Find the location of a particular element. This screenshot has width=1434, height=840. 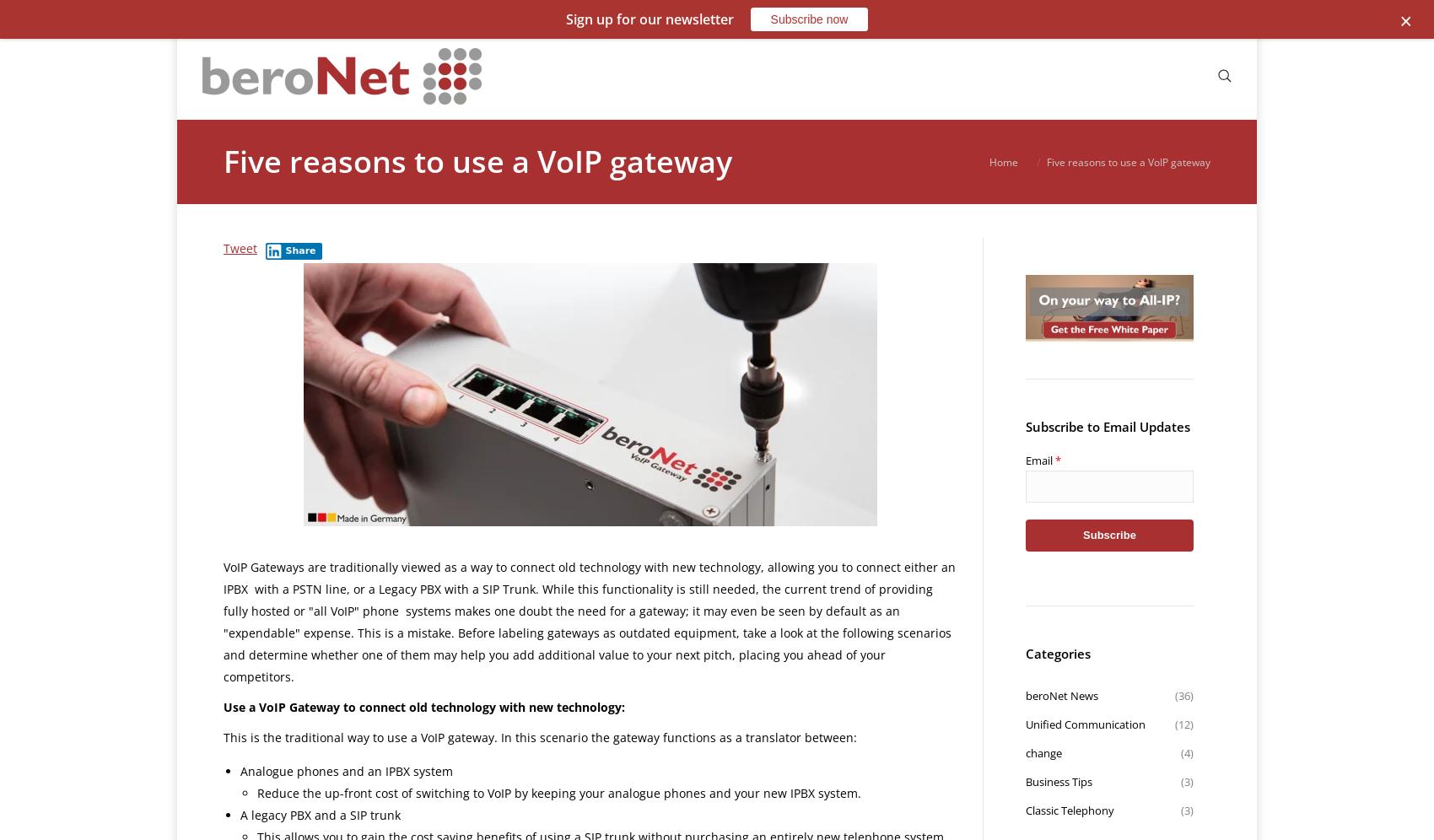

'(12)' is located at coordinates (1183, 724).